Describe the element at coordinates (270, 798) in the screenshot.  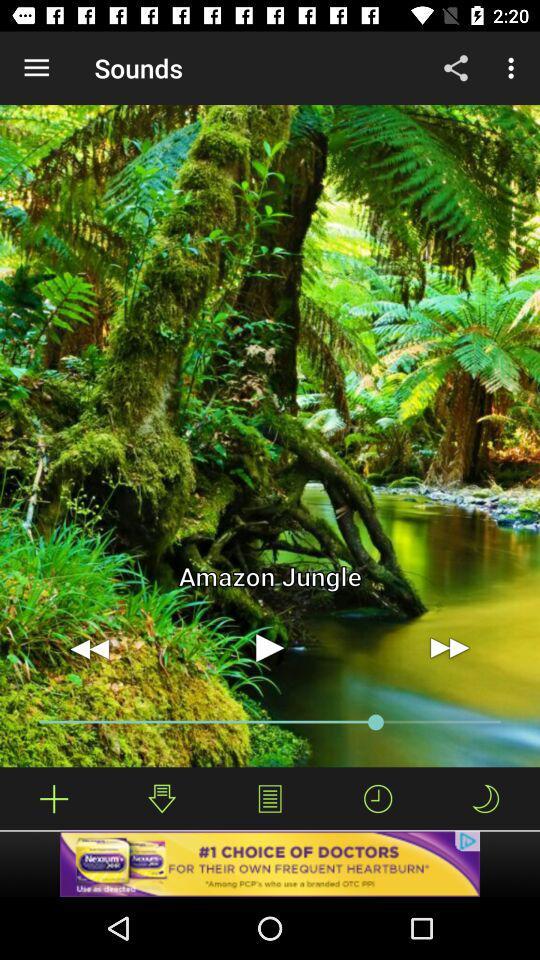
I see `the menu icon` at that location.